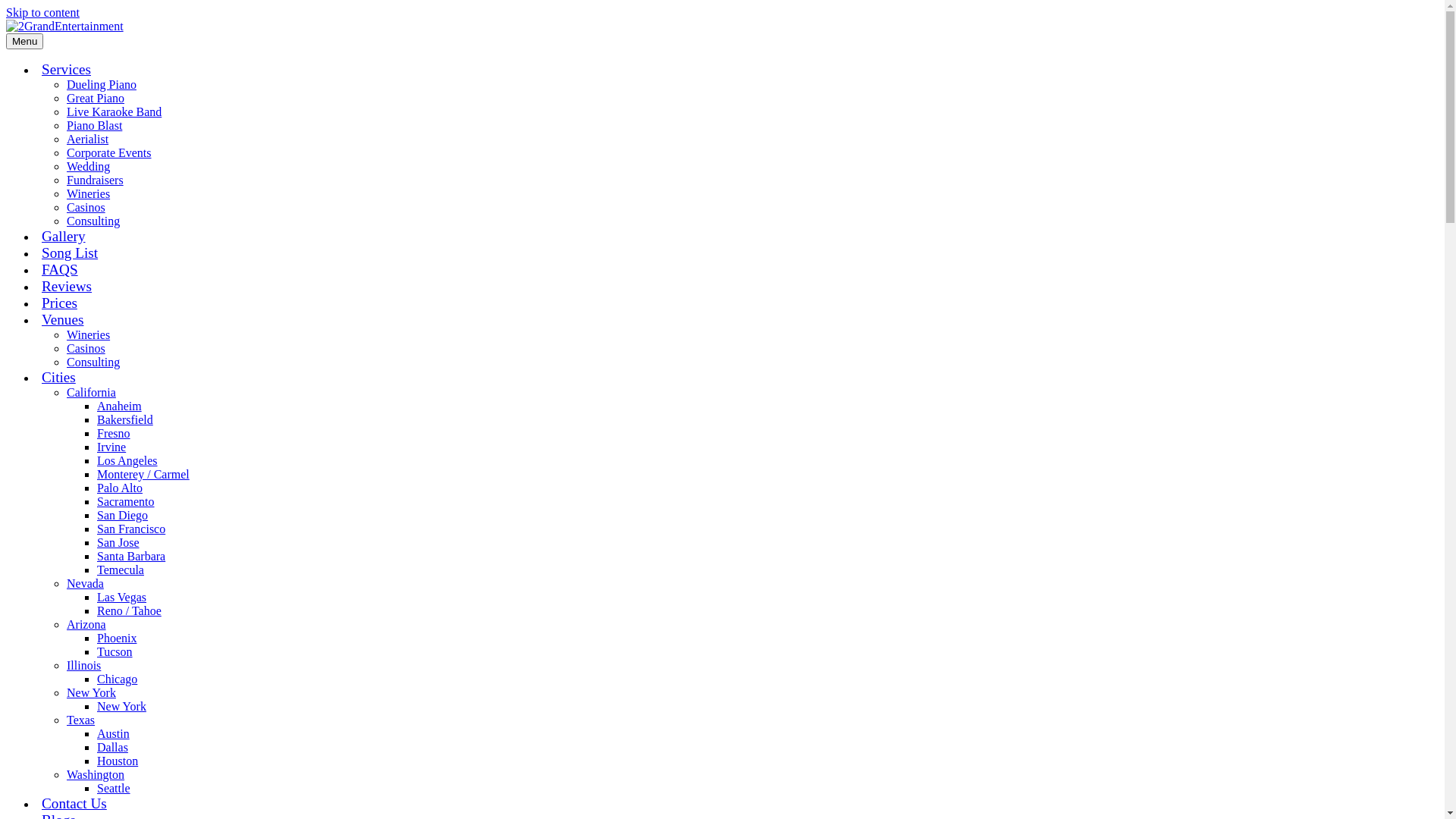  What do you see at coordinates (121, 596) in the screenshot?
I see `'Las Vegas'` at bounding box center [121, 596].